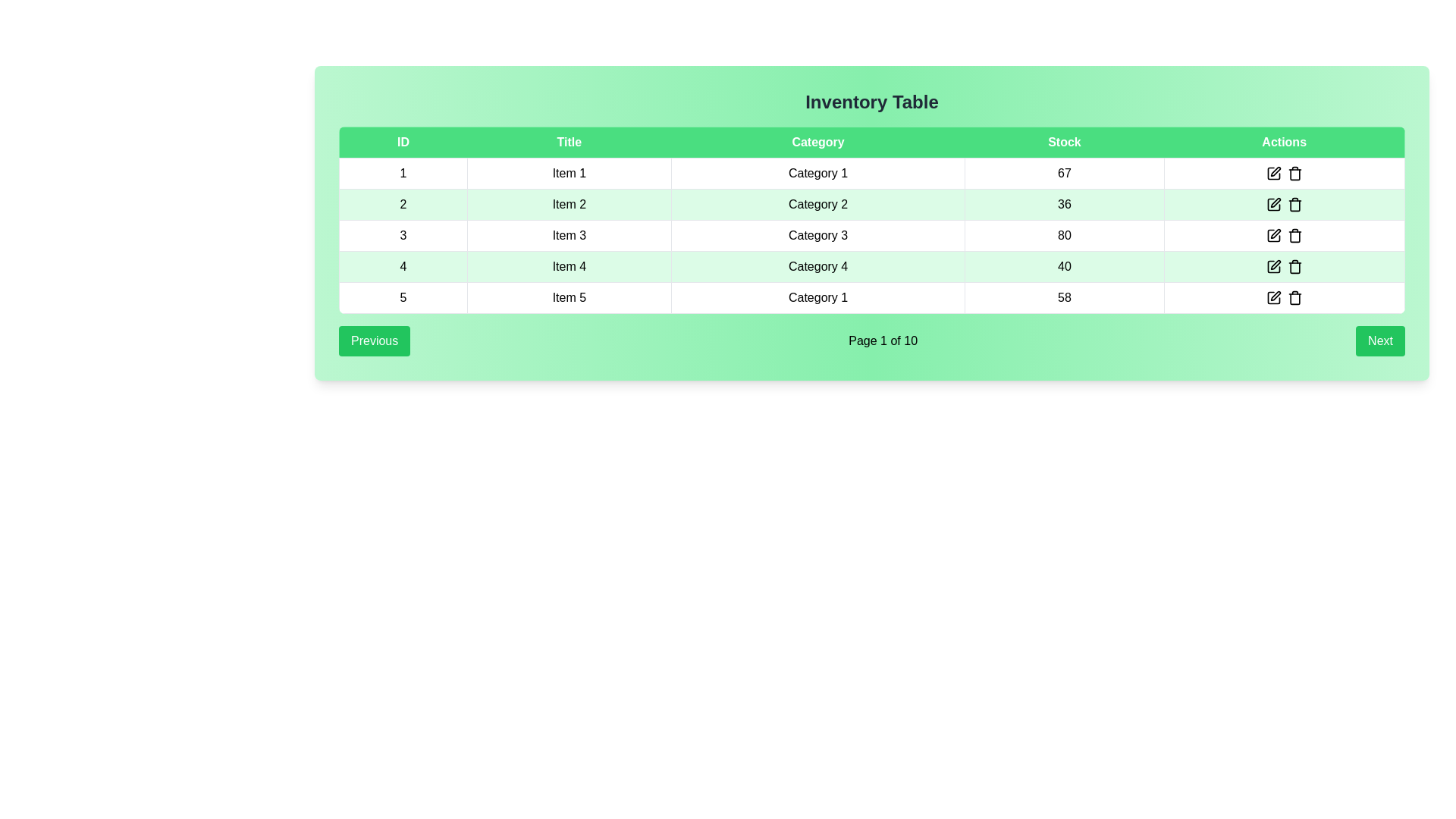 Image resolution: width=1456 pixels, height=819 pixels. Describe the element at coordinates (403, 265) in the screenshot. I see `the Table Cell containing the number '4', which is located in the fourth row of the ID column in the table, styled with a light green background` at that location.